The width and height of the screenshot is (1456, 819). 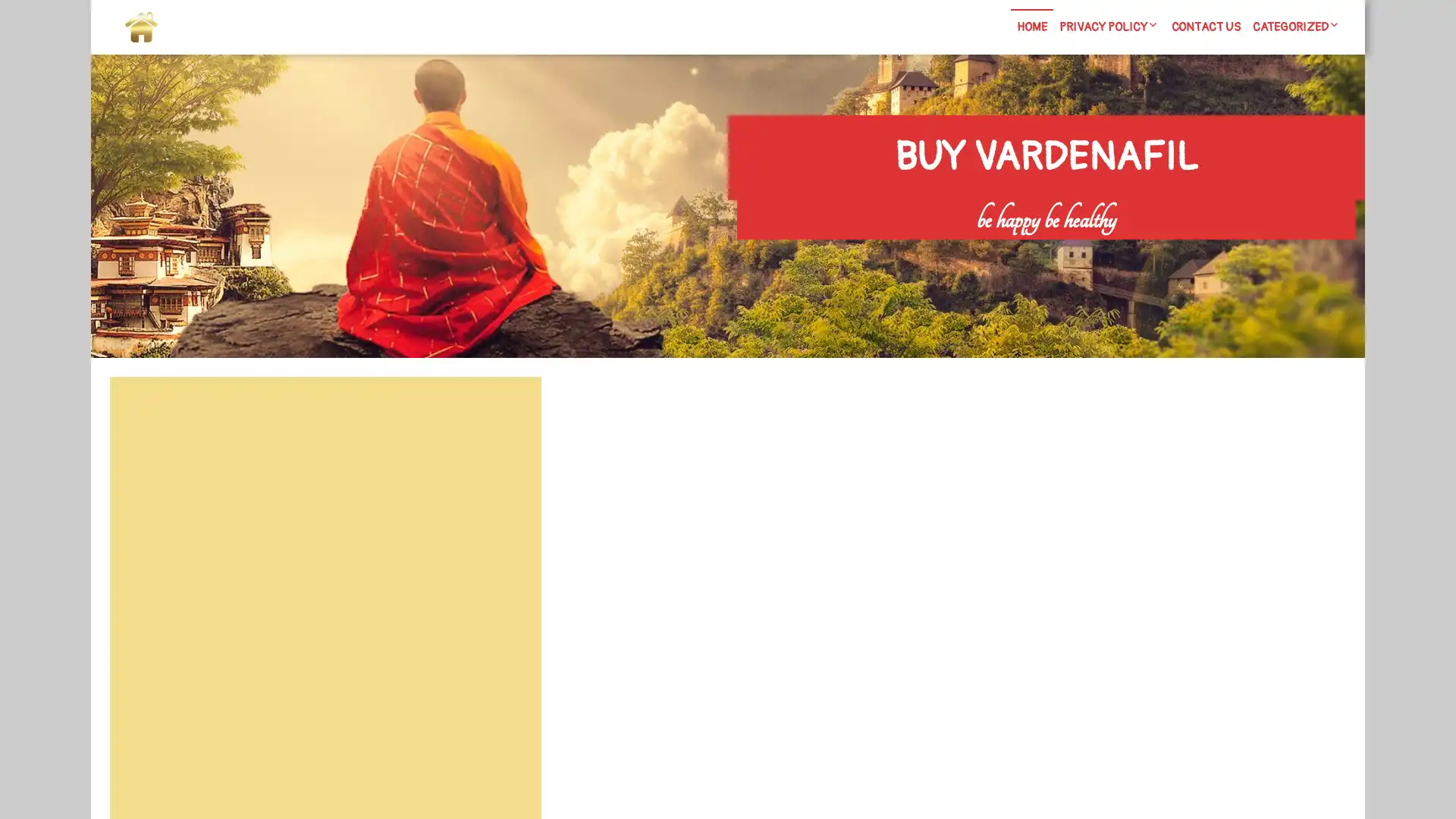 I want to click on Search, so click(x=1181, y=248).